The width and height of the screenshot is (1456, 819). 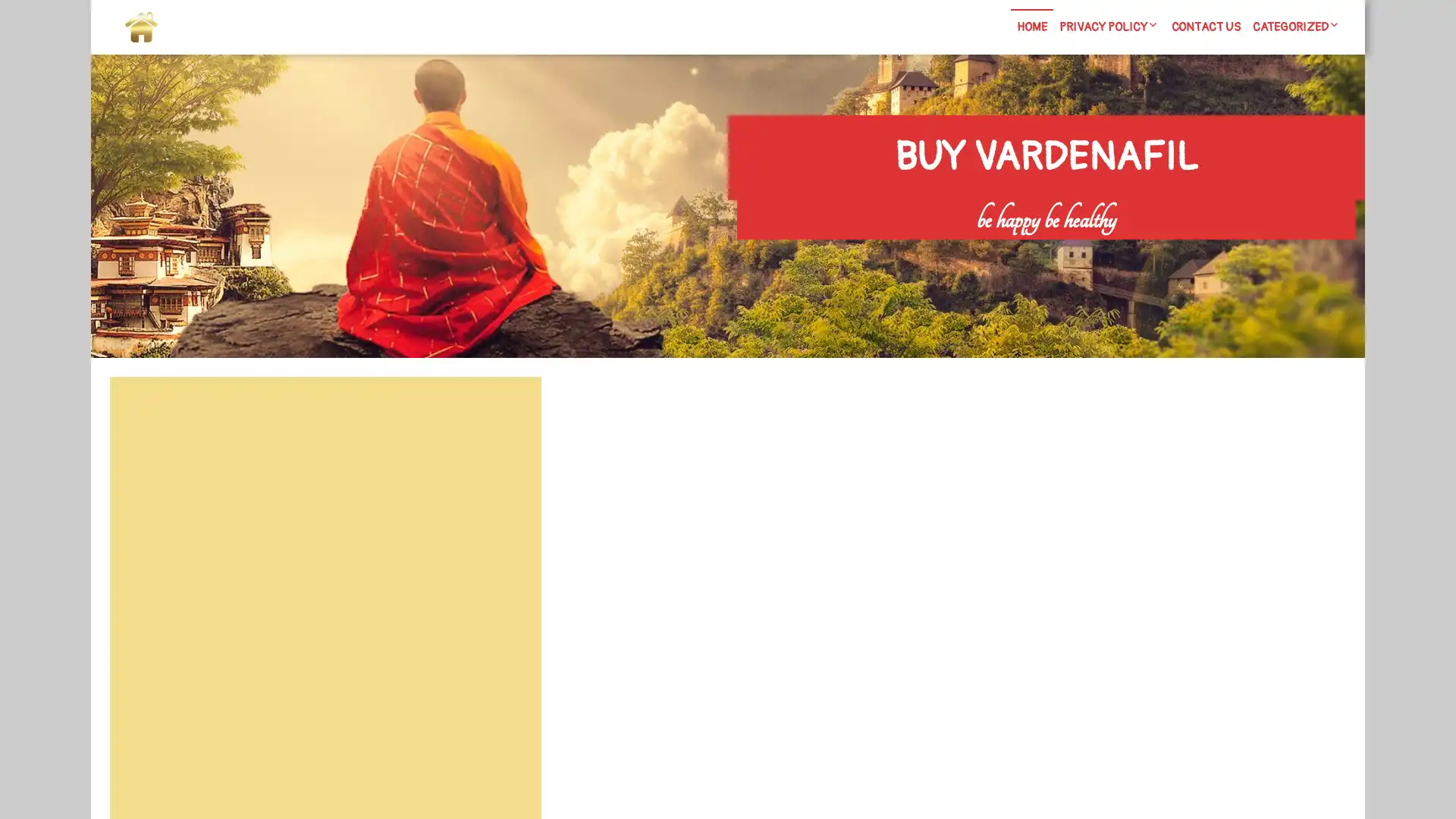 I want to click on Search, so click(x=1181, y=248).